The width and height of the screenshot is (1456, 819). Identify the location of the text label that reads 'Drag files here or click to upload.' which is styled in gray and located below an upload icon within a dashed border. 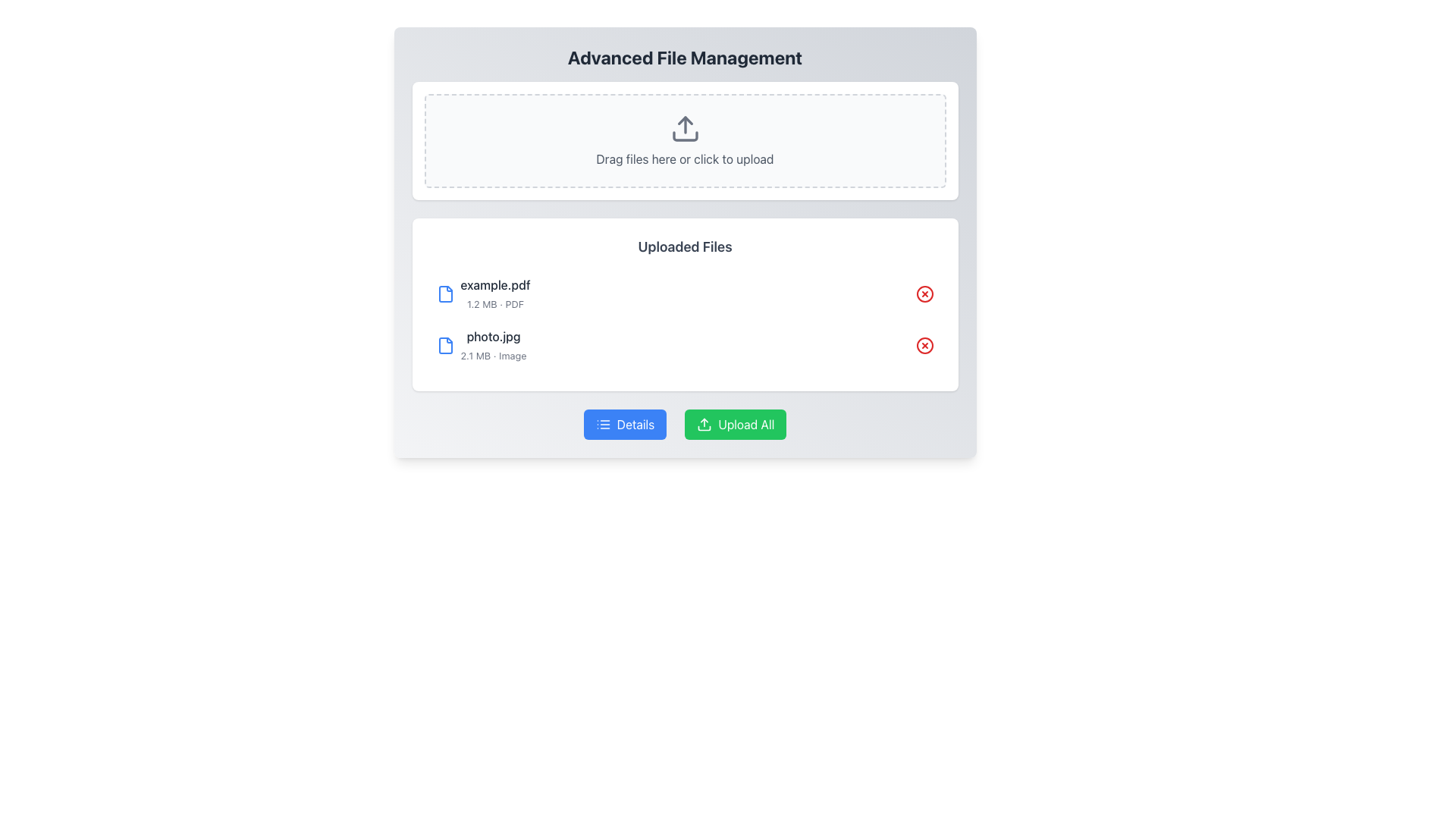
(684, 158).